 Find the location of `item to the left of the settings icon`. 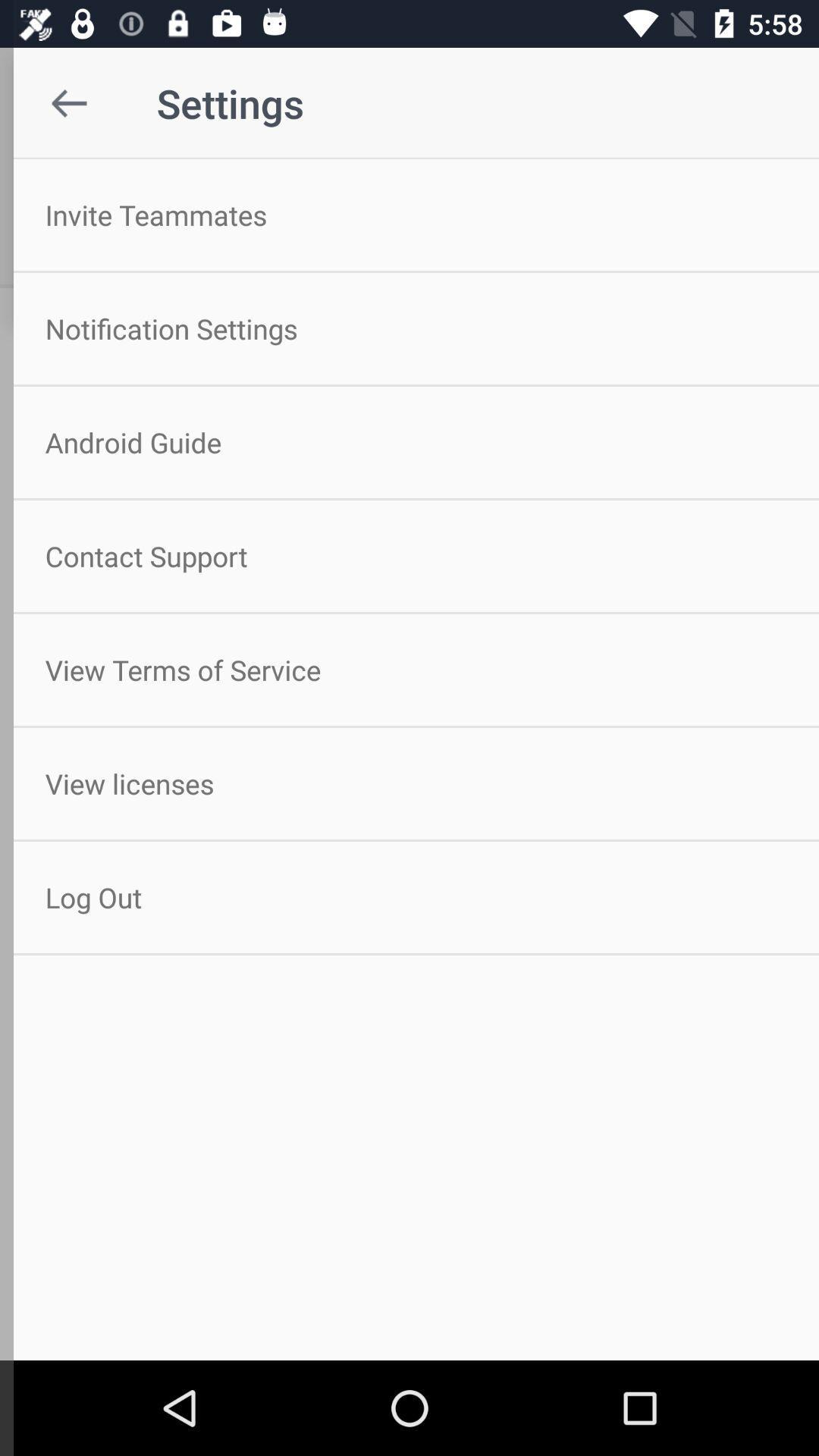

item to the left of the settings icon is located at coordinates (55, 102).